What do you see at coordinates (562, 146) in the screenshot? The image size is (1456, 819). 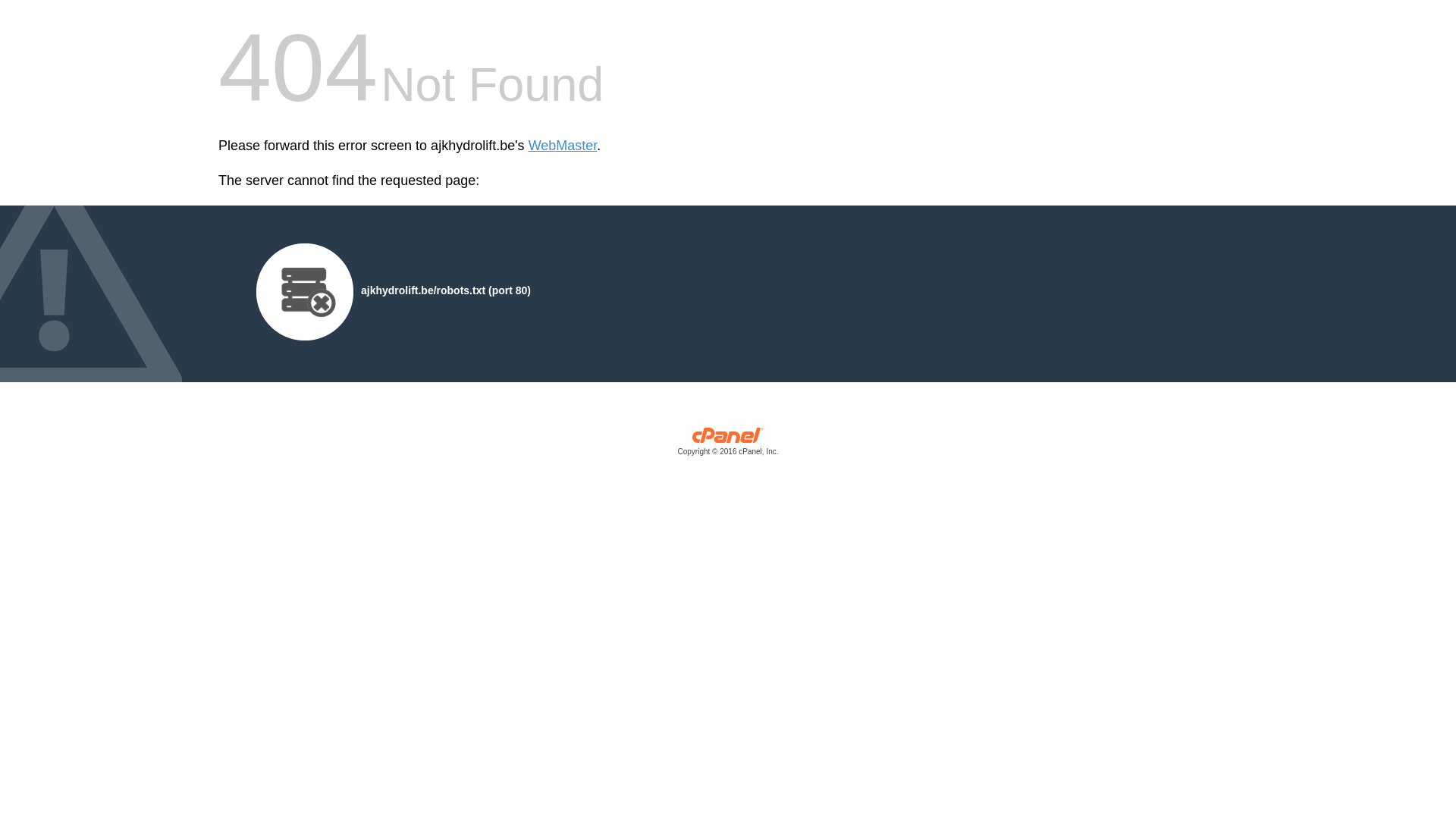 I see `'WebMaster'` at bounding box center [562, 146].